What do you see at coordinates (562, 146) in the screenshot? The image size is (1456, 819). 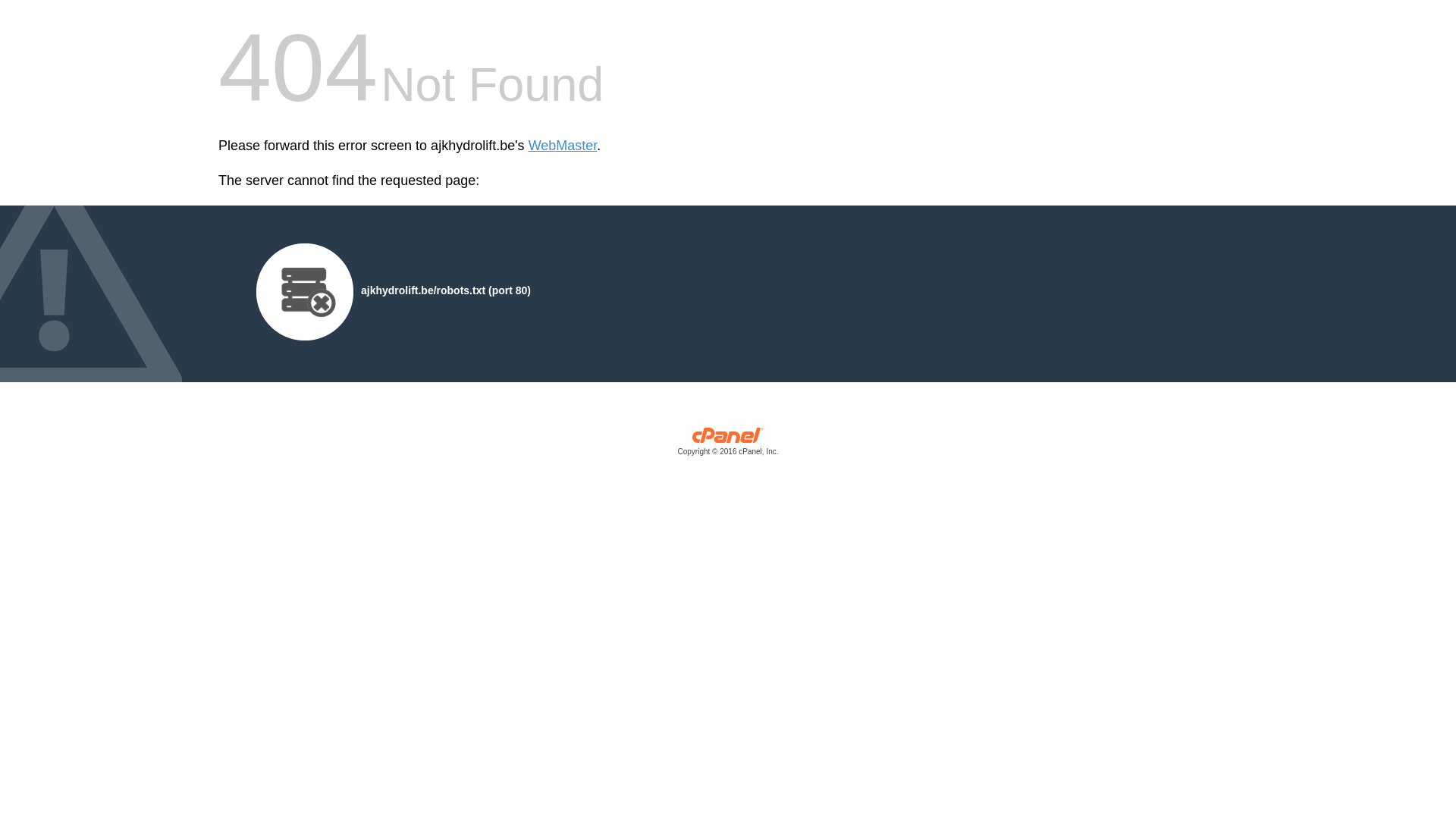 I see `'WebMaster'` at bounding box center [562, 146].